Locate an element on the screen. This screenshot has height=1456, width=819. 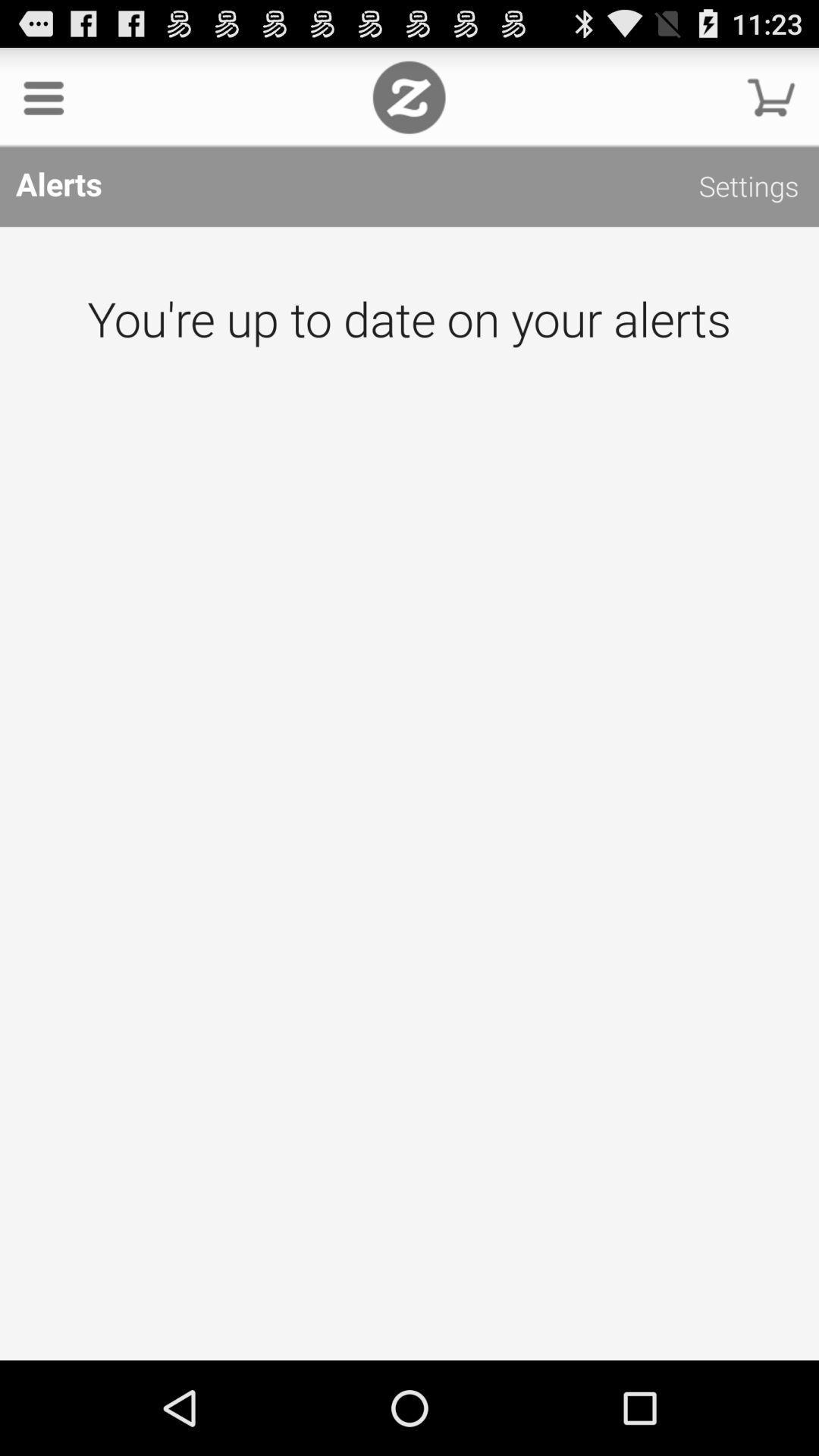
continue with shopping is located at coordinates (771, 96).